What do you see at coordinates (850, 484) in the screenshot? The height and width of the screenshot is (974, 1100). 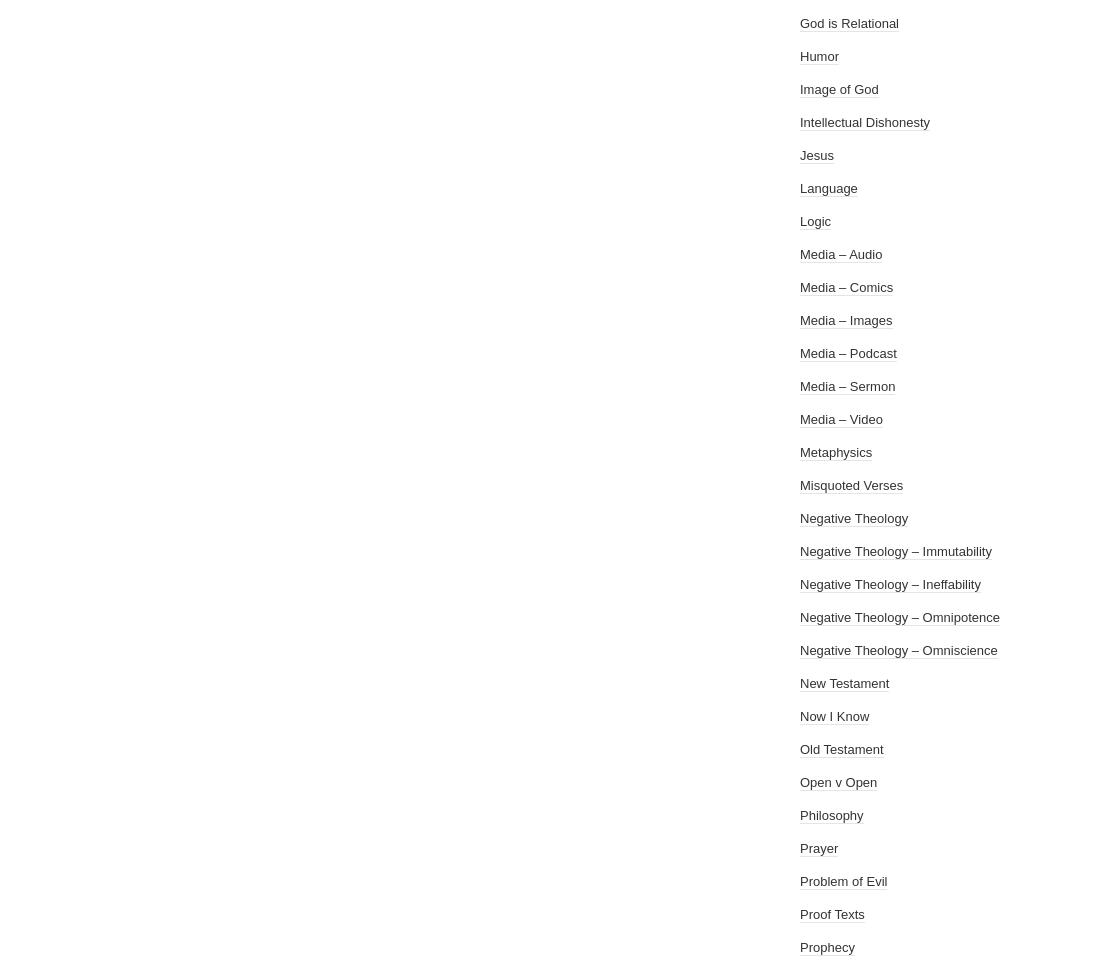 I see `'Misquoted Verses'` at bounding box center [850, 484].